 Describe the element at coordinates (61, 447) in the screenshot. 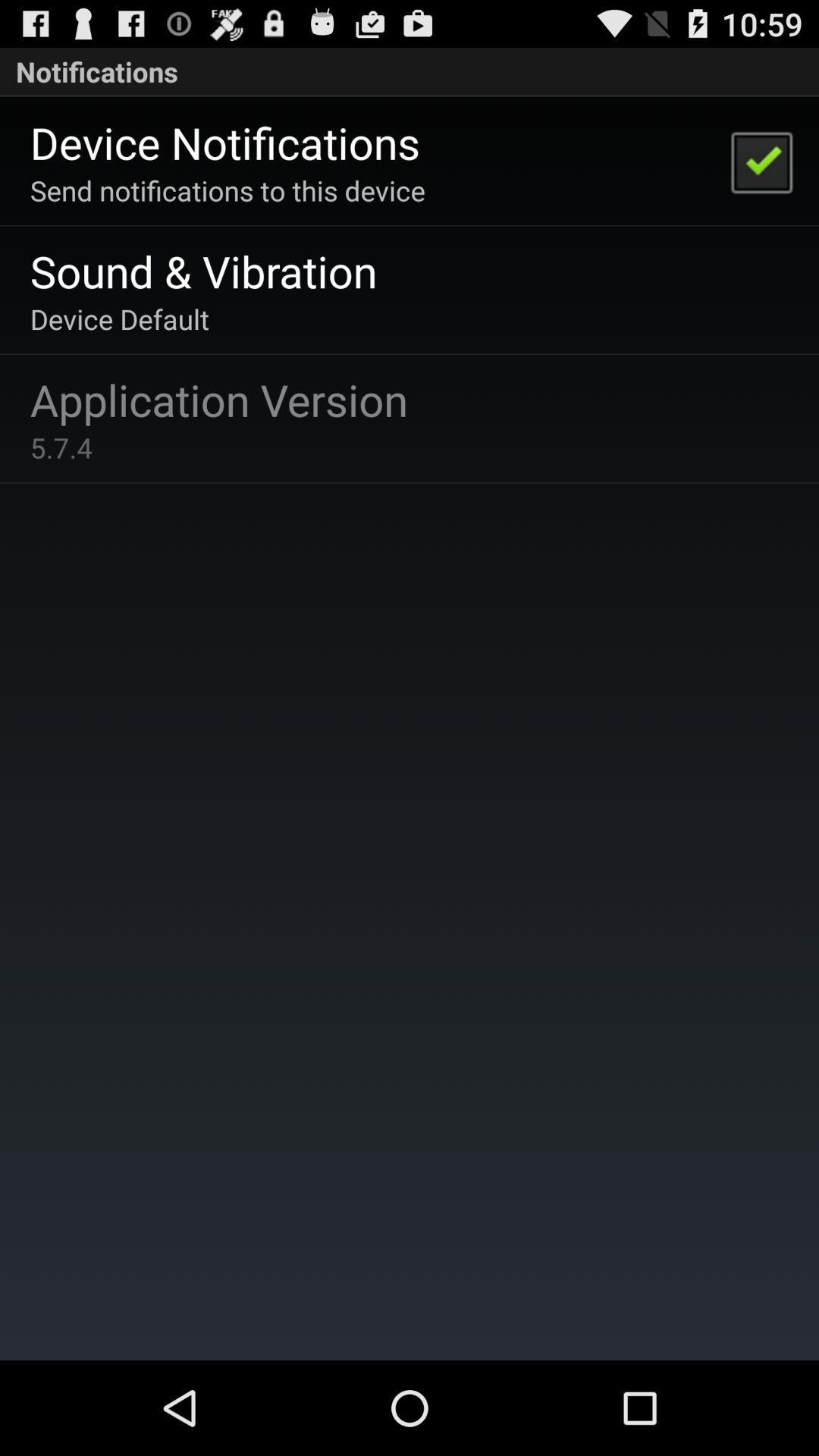

I see `the app below application version app` at that location.